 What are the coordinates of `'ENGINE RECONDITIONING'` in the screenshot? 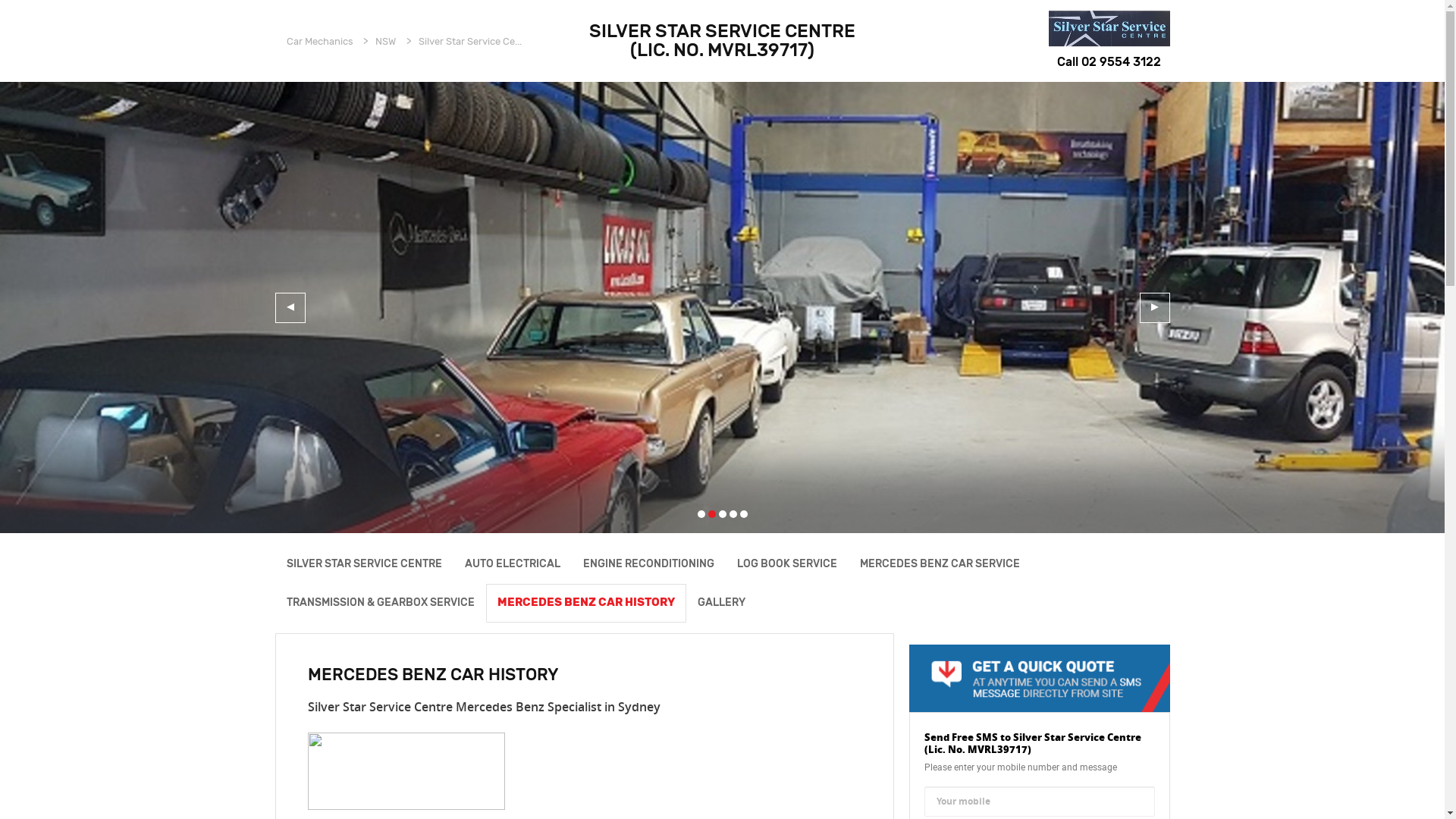 It's located at (648, 564).